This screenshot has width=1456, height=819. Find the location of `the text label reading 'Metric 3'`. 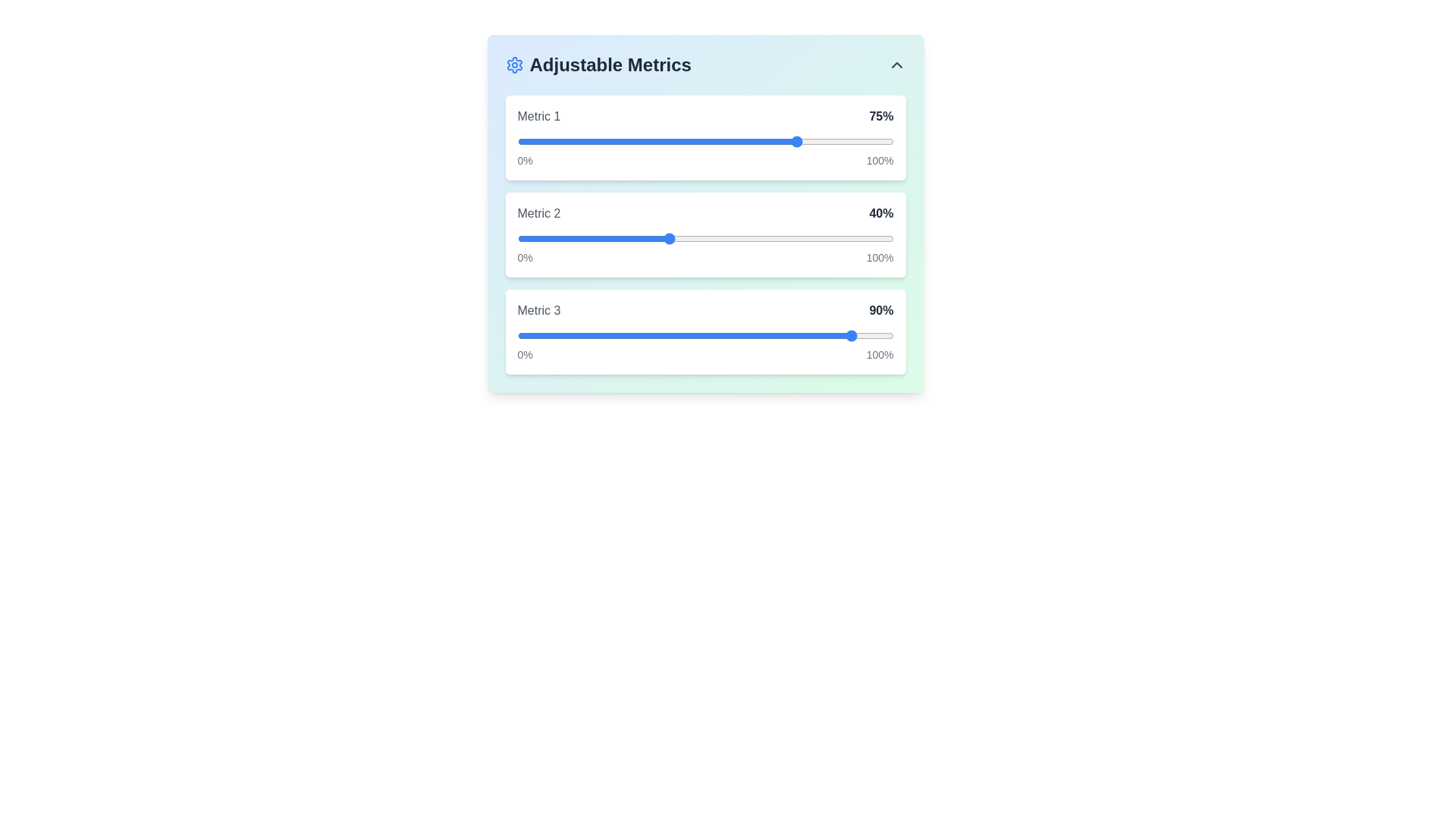

the text label reading 'Metric 3' is located at coordinates (538, 309).